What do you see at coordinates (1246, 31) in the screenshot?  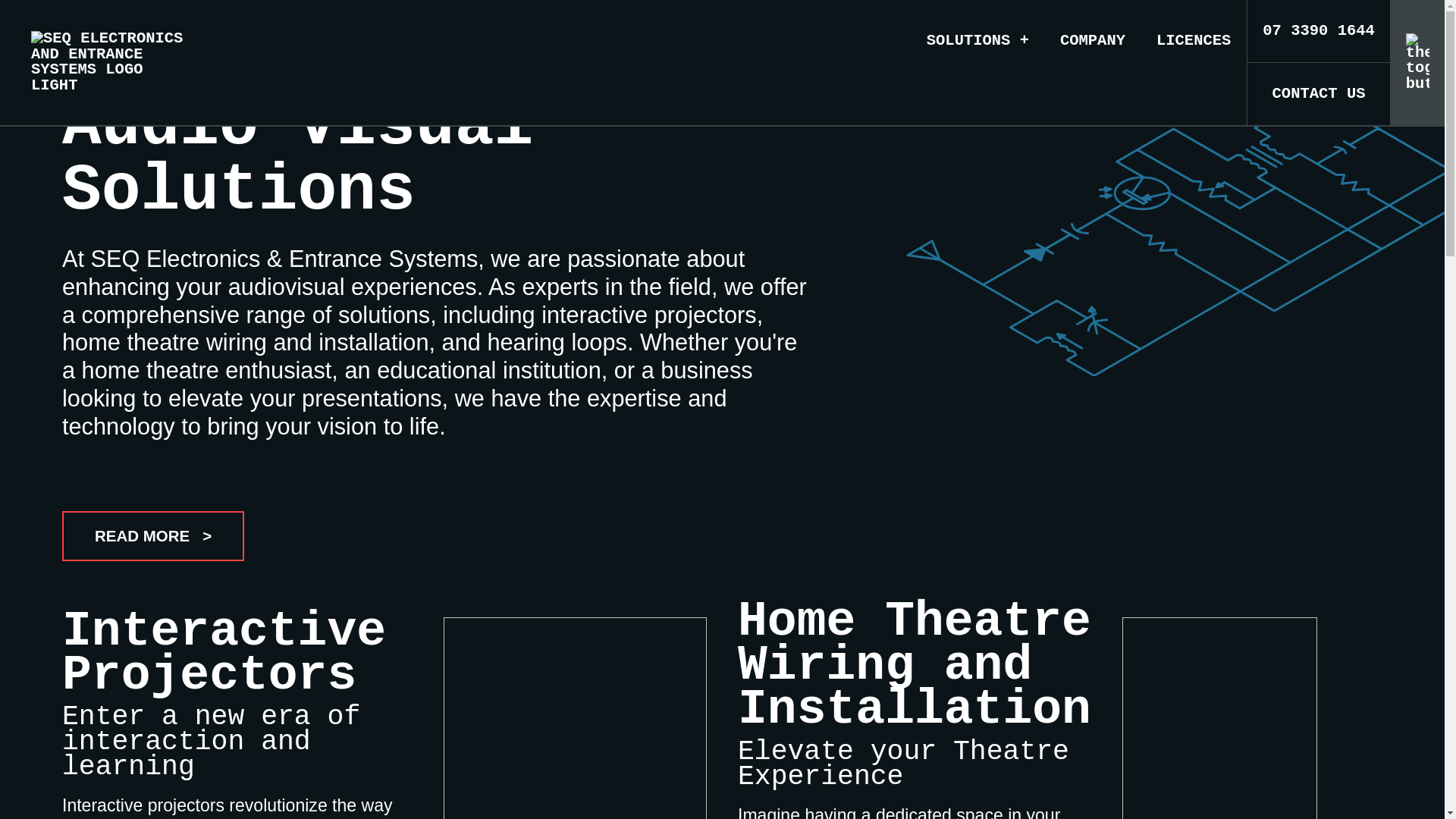 I see `'07 3390 1644'` at bounding box center [1246, 31].